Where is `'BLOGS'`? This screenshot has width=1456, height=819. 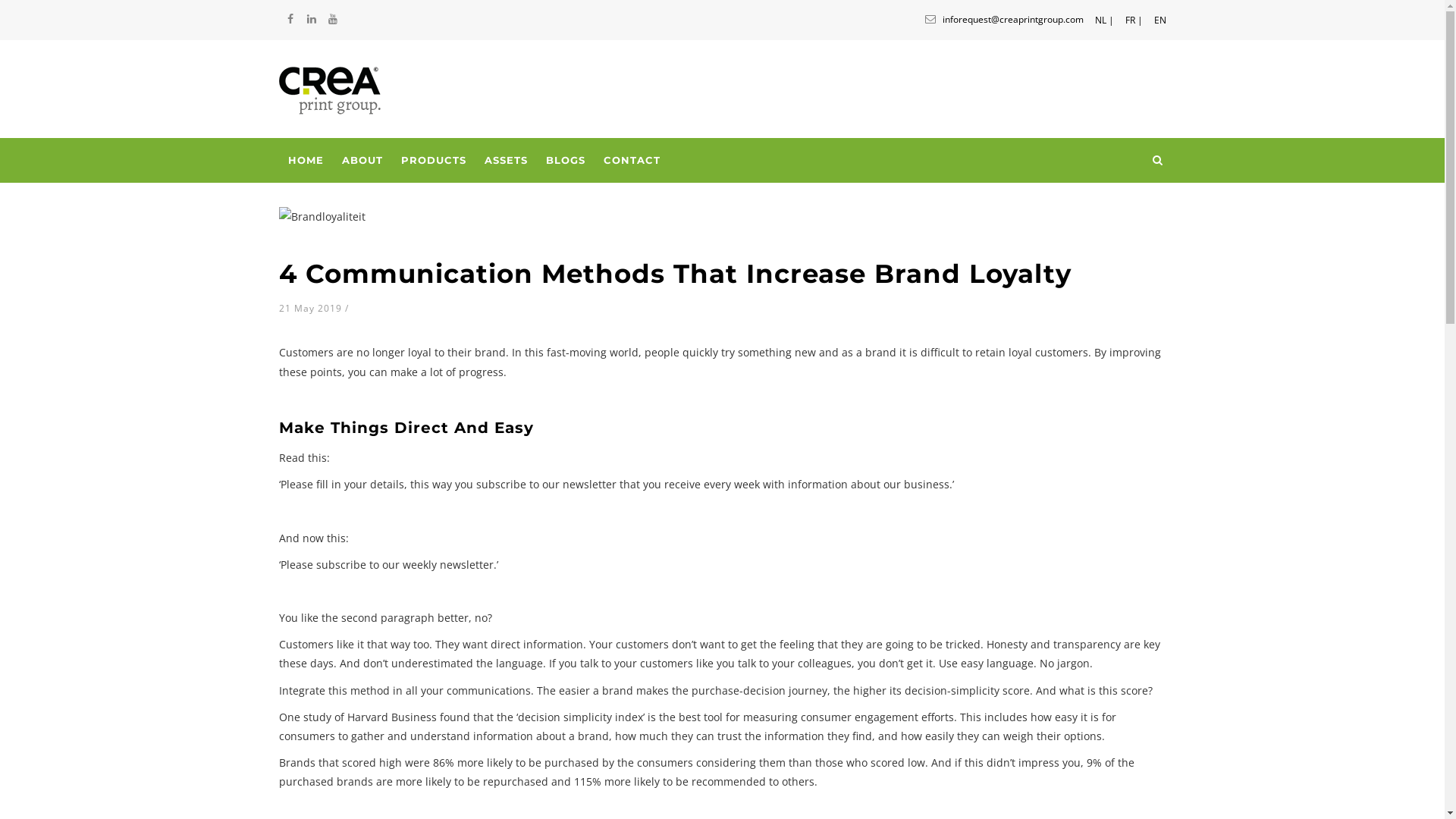
'BLOGS' is located at coordinates (564, 160).